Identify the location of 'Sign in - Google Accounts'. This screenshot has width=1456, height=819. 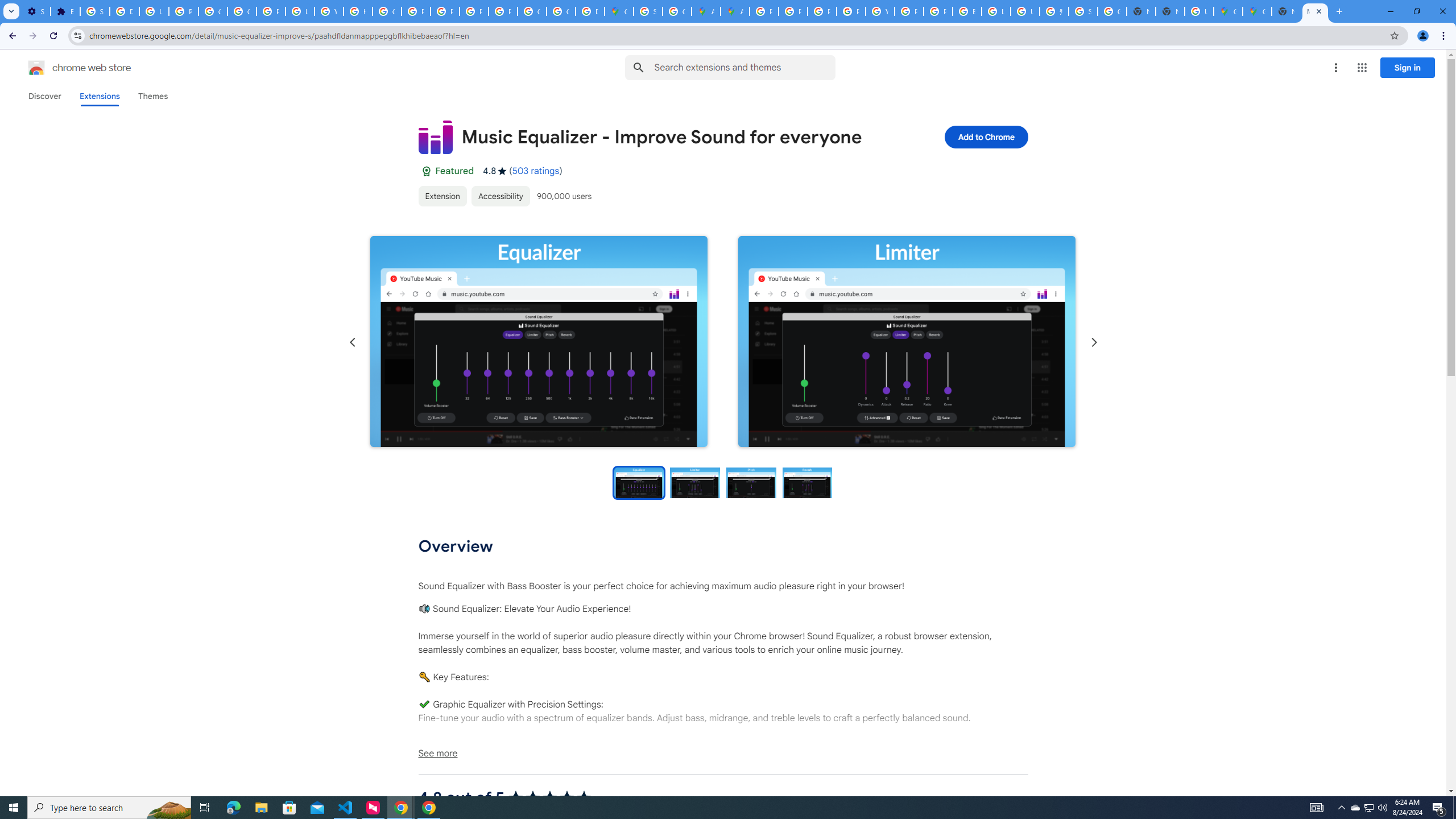
(95, 11).